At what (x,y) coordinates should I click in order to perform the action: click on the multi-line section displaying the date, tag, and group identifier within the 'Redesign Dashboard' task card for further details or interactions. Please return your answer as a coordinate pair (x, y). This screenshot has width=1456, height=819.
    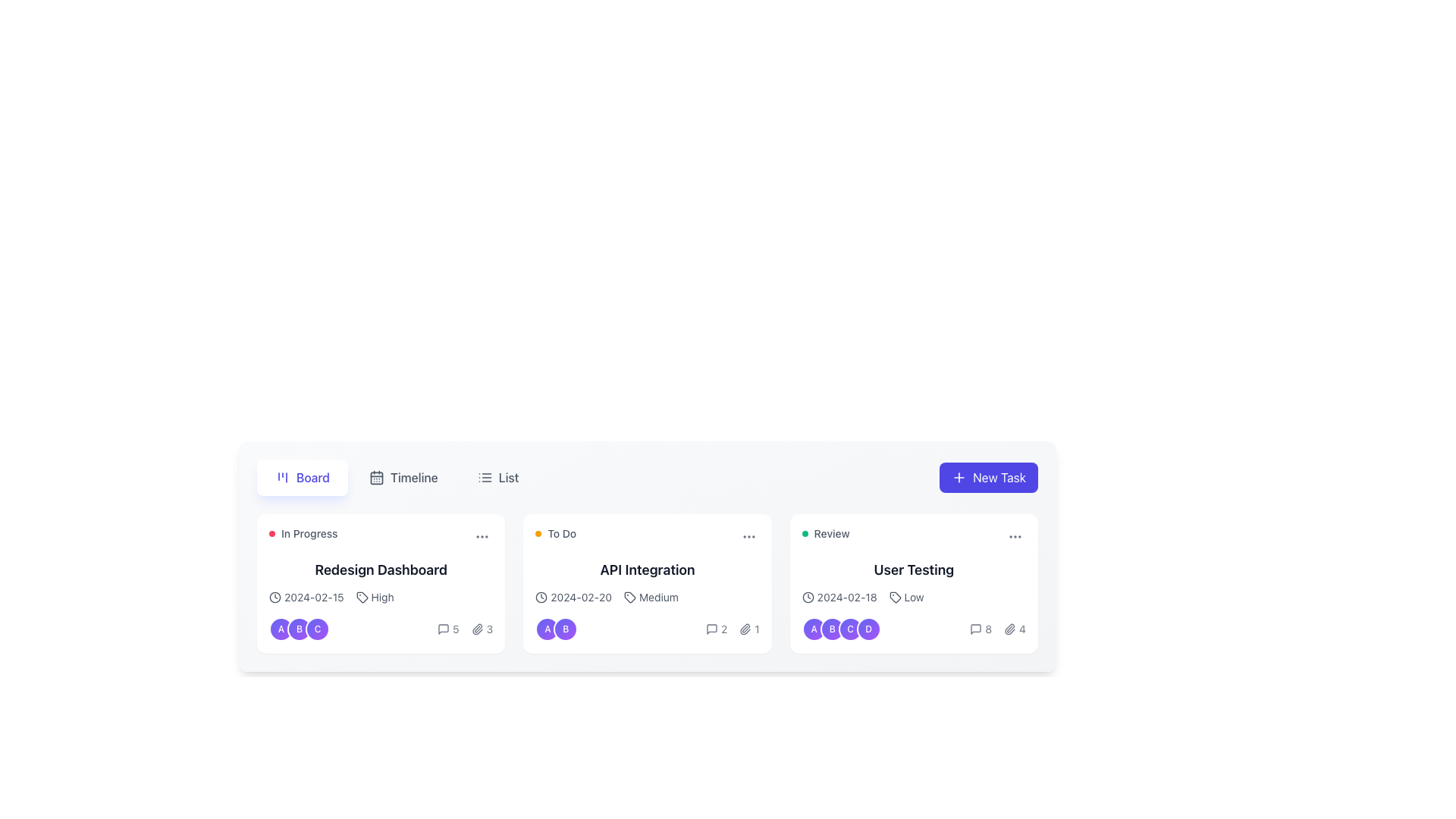
    Looking at the image, I should click on (381, 616).